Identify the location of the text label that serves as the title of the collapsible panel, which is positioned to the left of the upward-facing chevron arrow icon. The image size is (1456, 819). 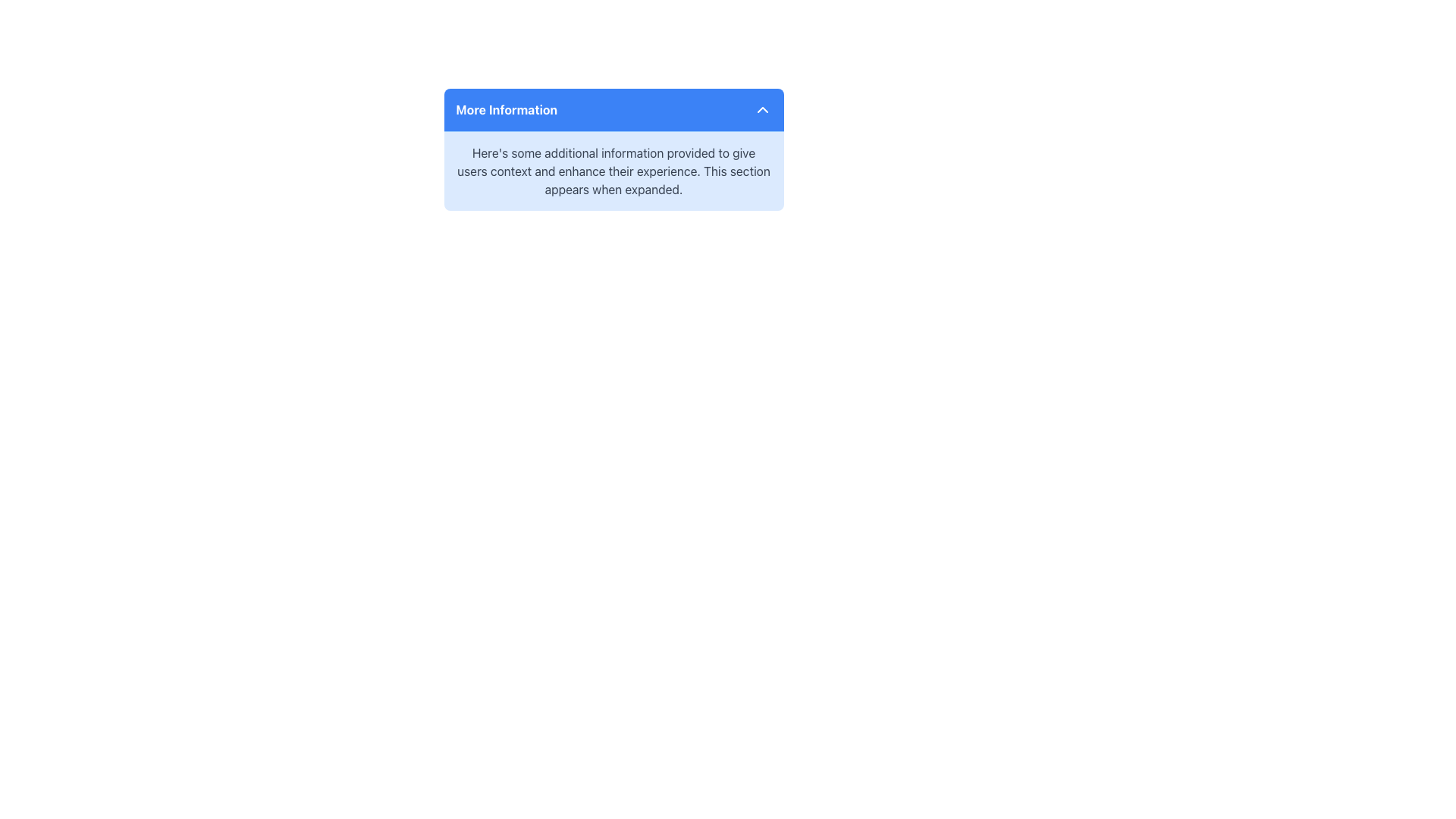
(507, 109).